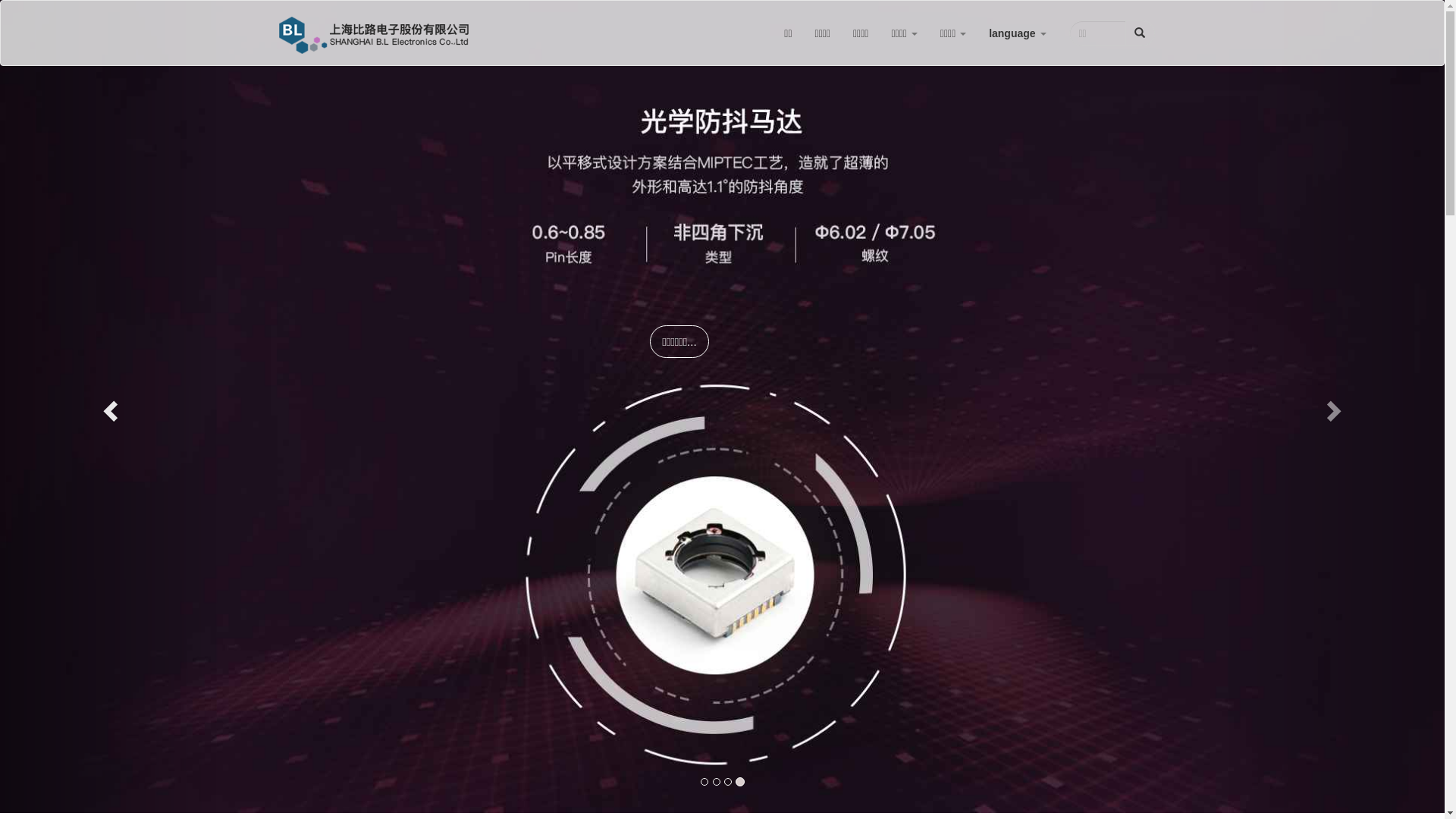 This screenshot has width=1456, height=819. I want to click on 'language', so click(977, 33).